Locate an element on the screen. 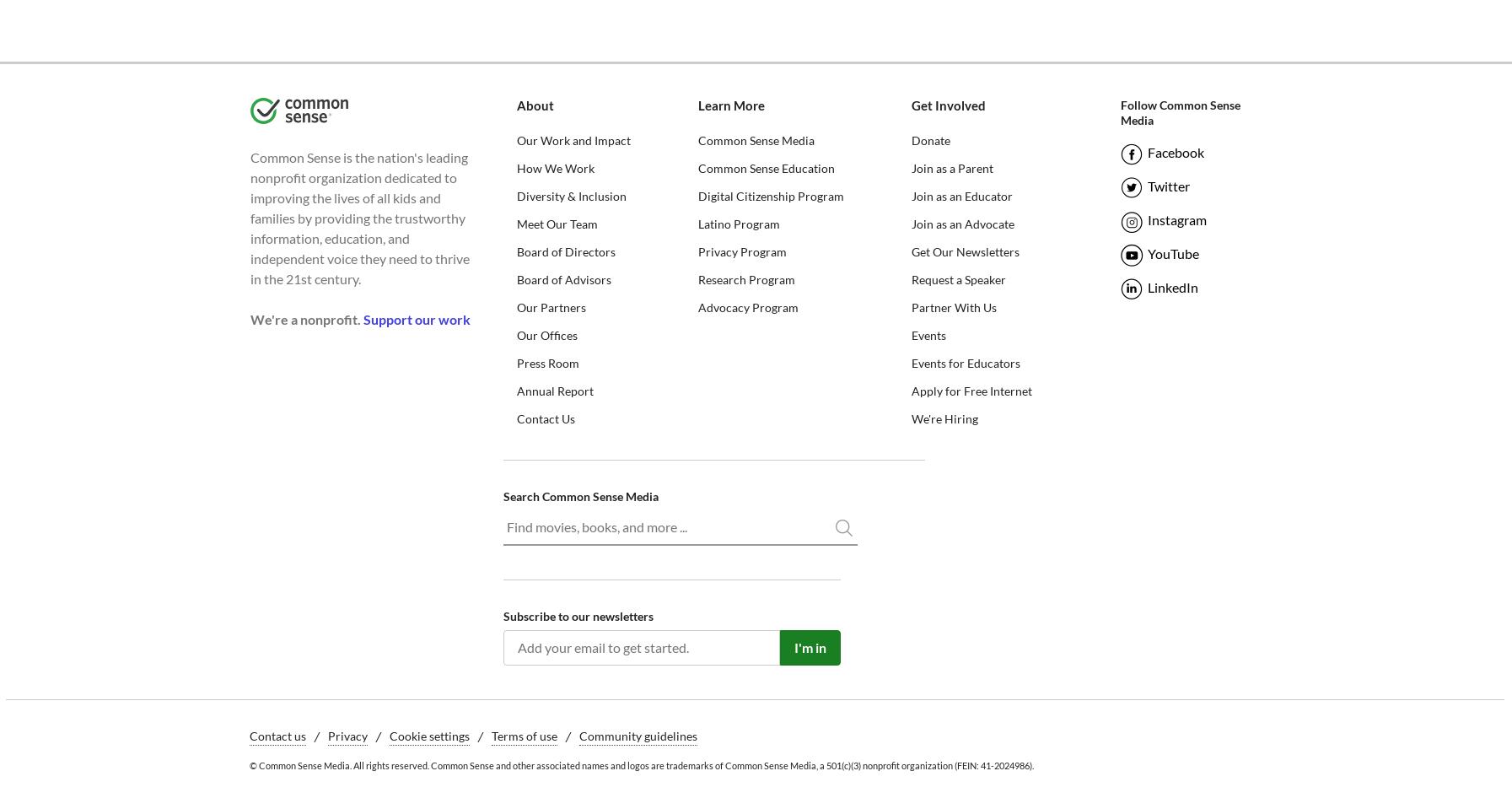  'LinkedIn' is located at coordinates (1171, 287).